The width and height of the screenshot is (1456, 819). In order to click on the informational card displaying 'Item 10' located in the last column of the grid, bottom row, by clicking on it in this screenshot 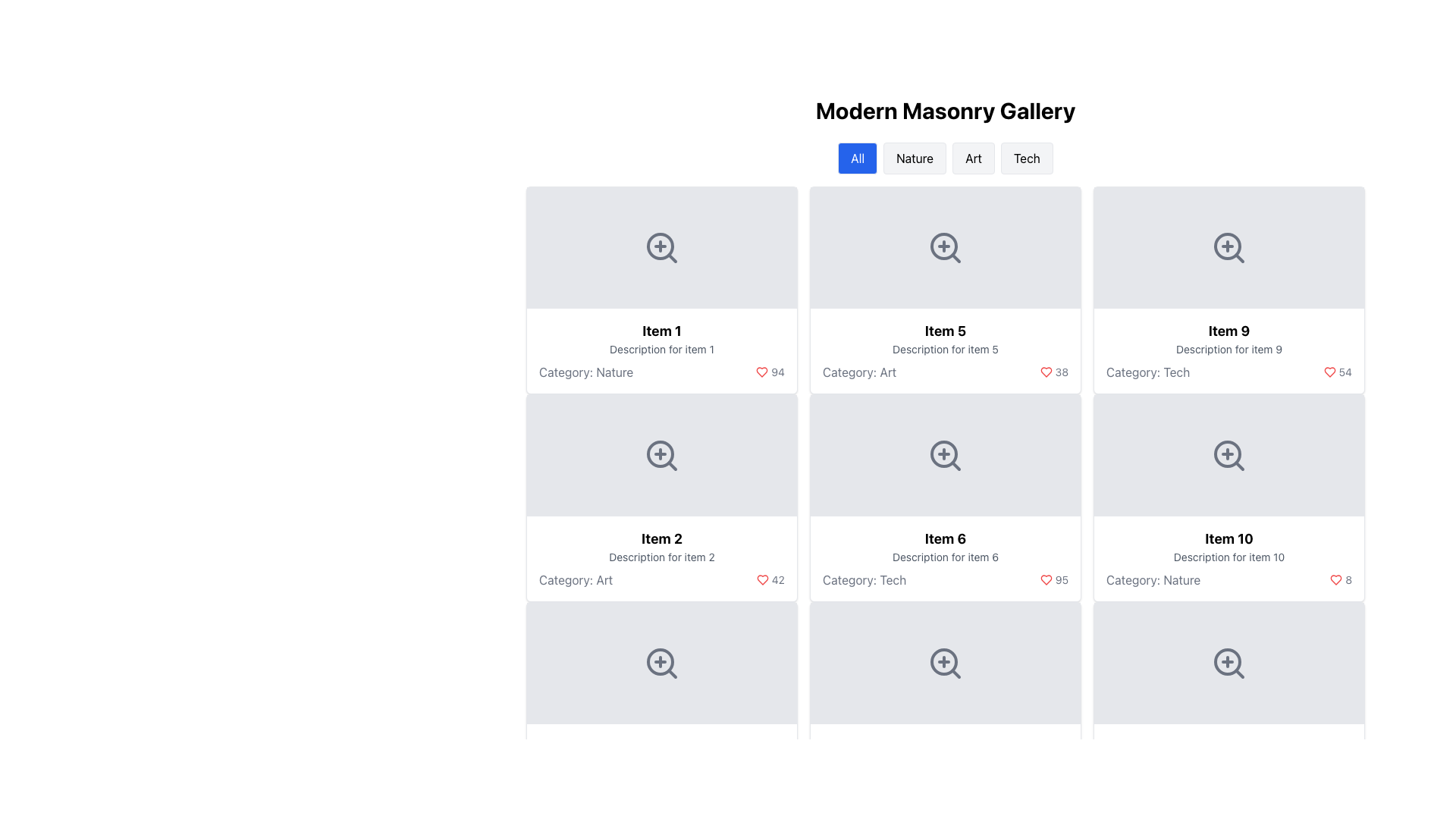, I will do `click(1229, 558)`.